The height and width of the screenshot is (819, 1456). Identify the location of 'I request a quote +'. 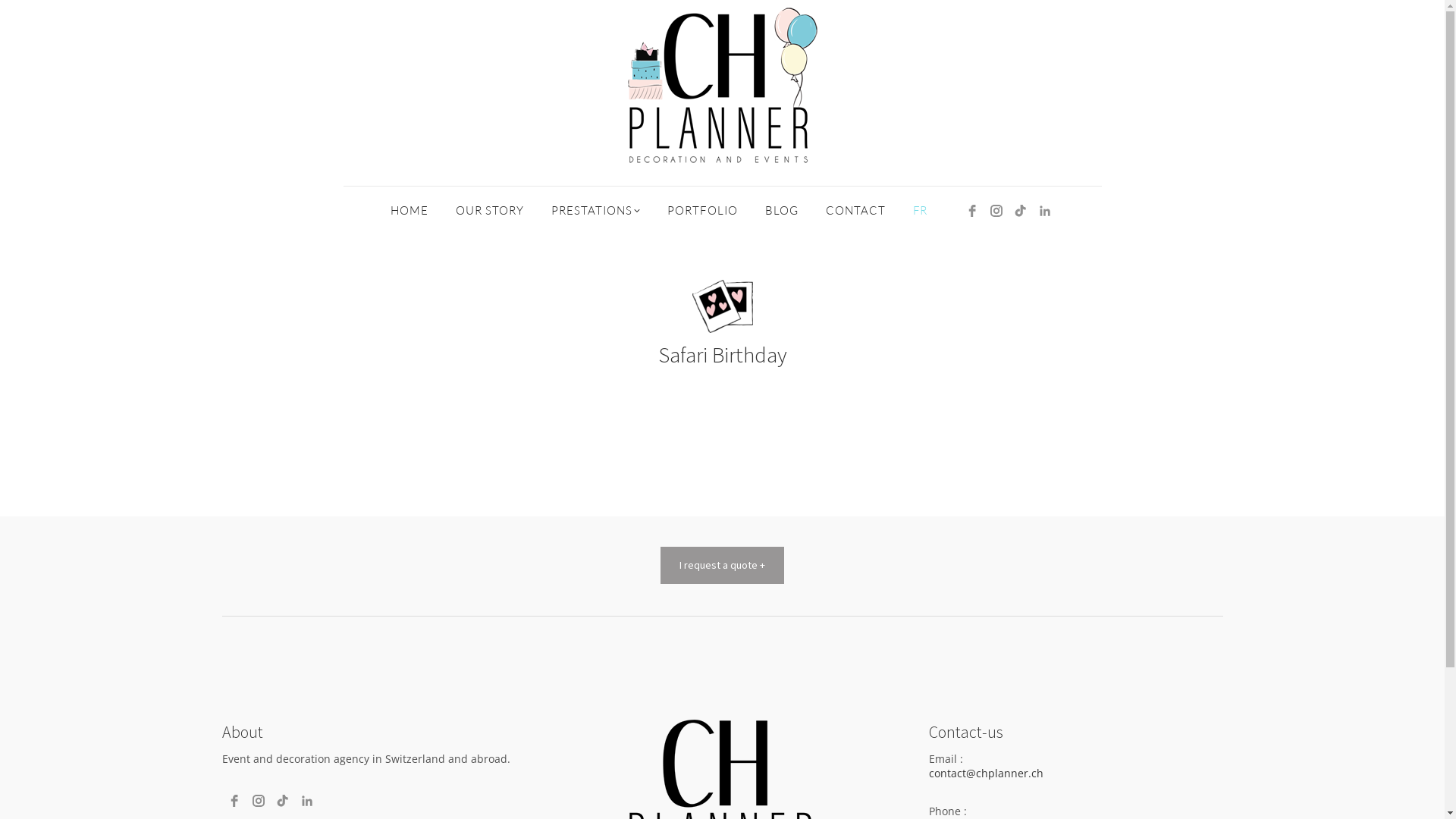
(660, 564).